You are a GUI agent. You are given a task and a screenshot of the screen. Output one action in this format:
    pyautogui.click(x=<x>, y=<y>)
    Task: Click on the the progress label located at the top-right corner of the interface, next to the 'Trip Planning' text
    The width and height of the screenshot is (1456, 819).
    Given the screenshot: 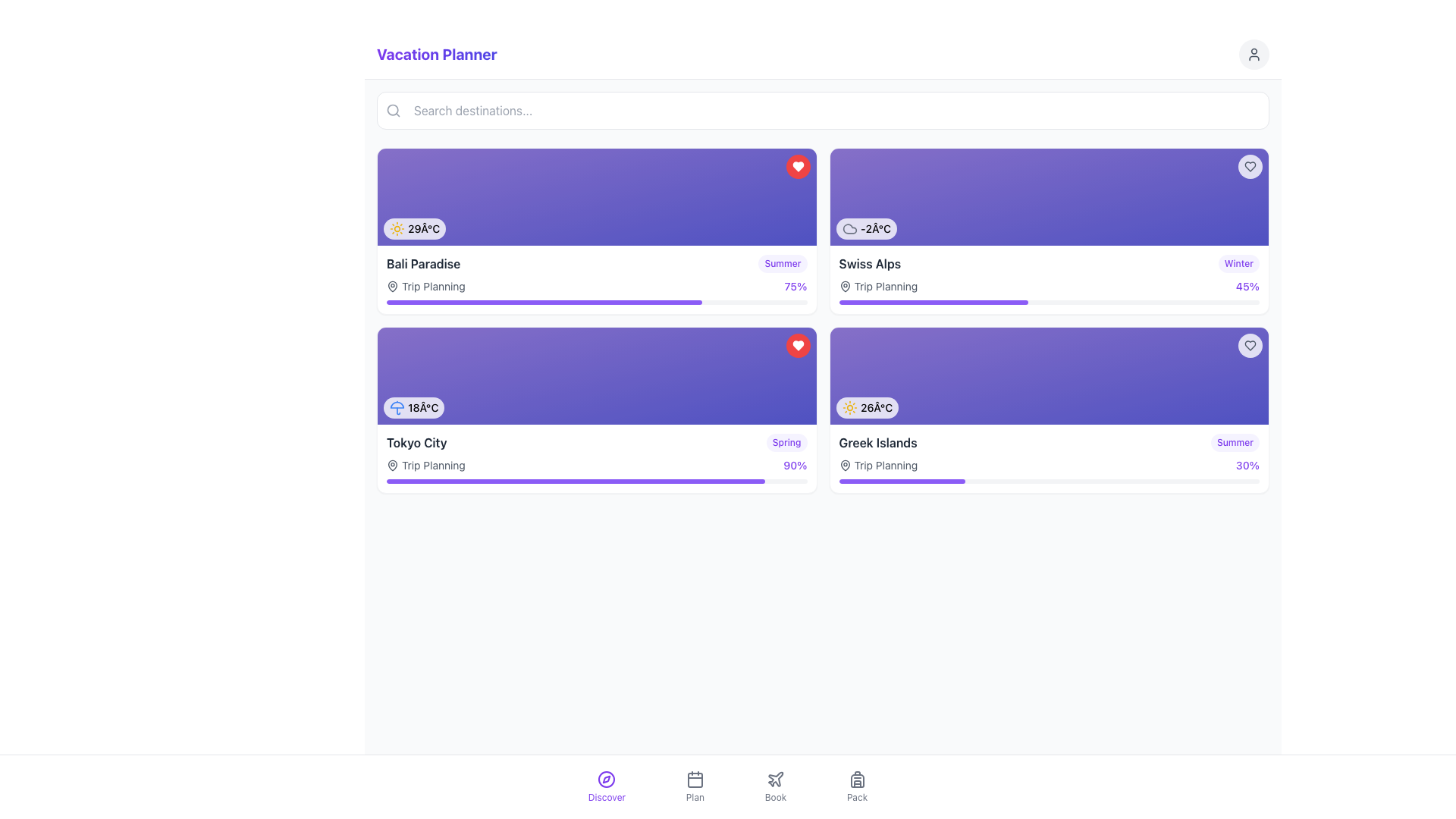 What is the action you would take?
    pyautogui.click(x=795, y=287)
    